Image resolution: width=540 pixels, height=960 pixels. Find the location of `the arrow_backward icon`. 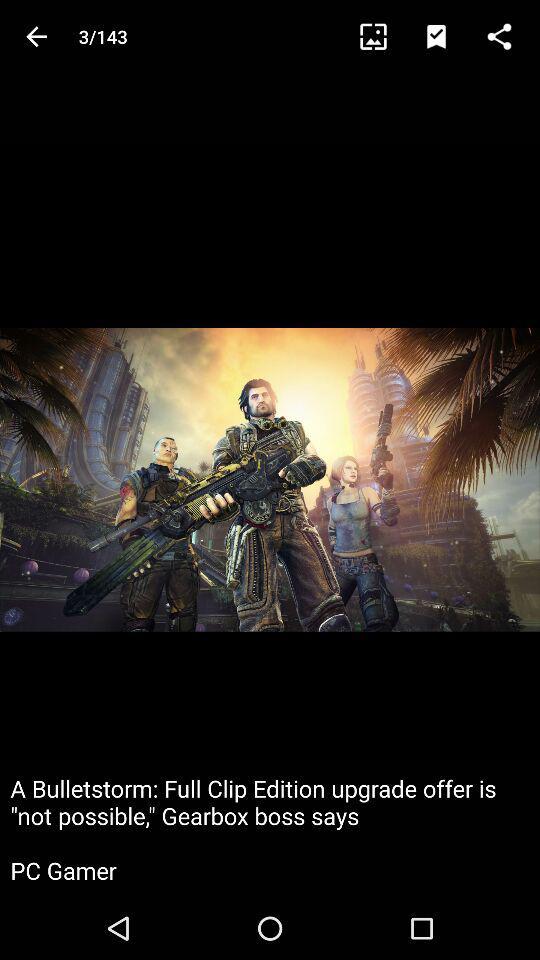

the arrow_backward icon is located at coordinates (36, 35).